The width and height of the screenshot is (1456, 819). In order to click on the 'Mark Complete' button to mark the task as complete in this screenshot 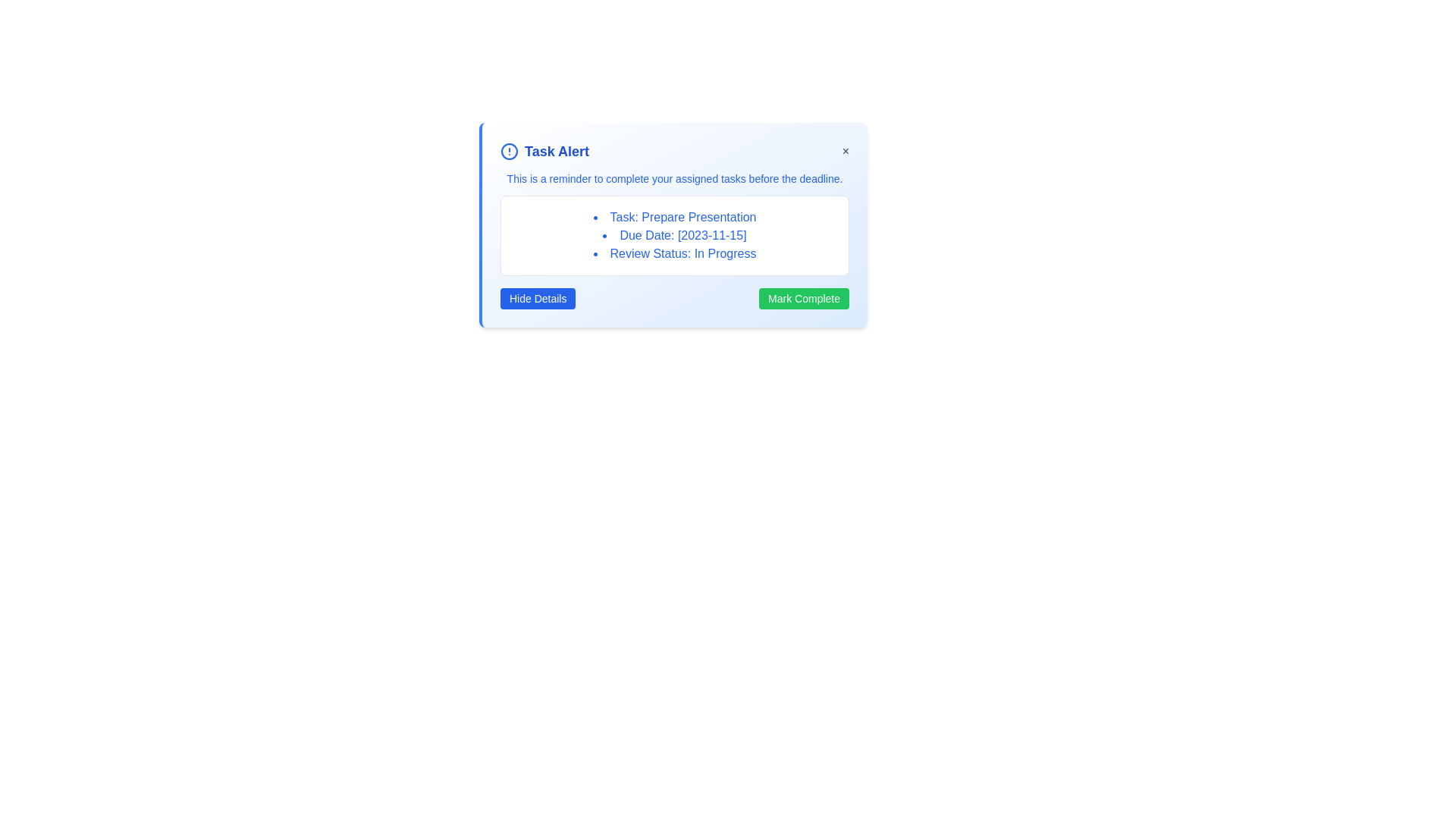, I will do `click(803, 298)`.